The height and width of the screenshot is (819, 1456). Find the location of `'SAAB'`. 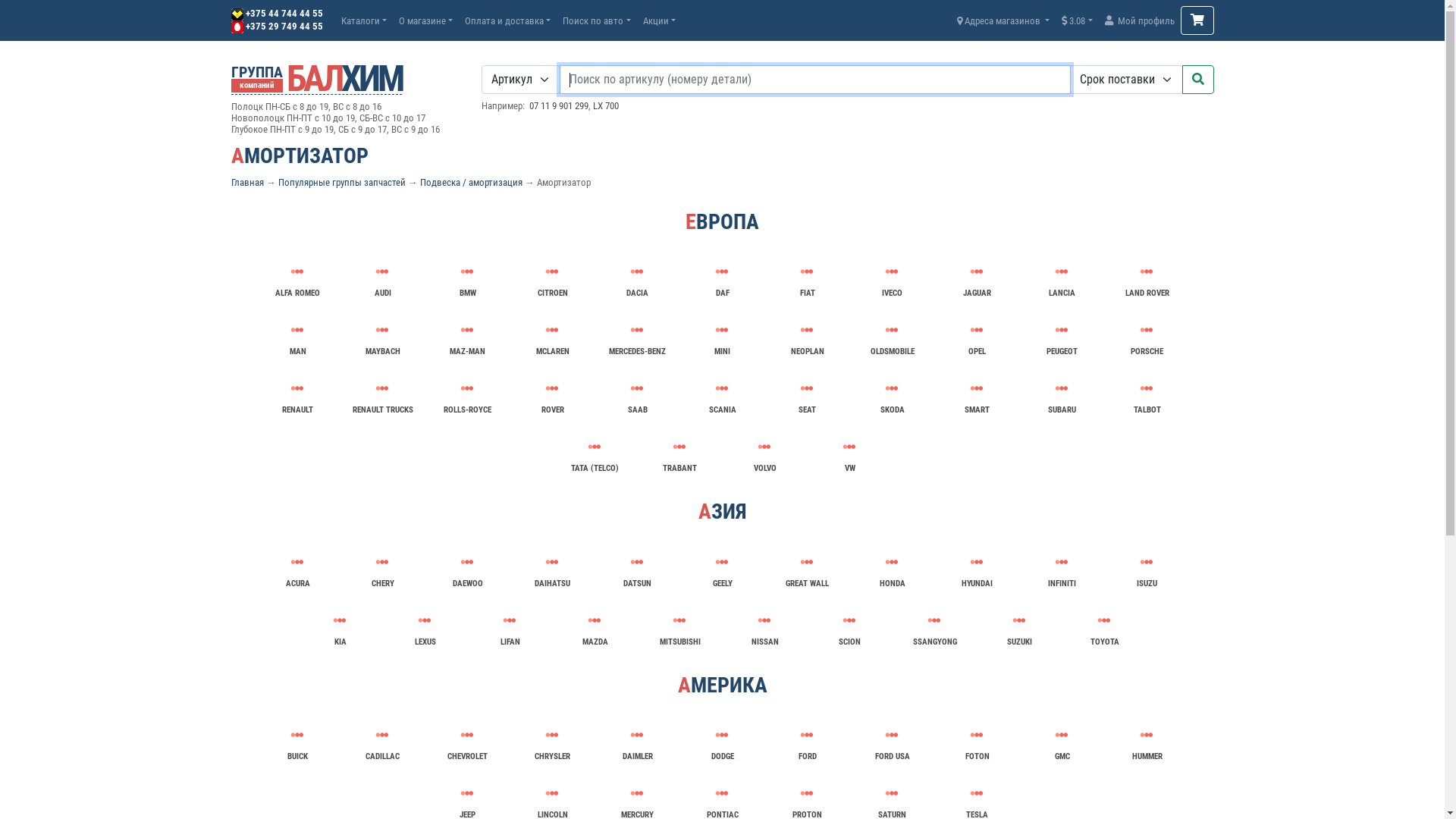

'SAAB' is located at coordinates (622, 388).